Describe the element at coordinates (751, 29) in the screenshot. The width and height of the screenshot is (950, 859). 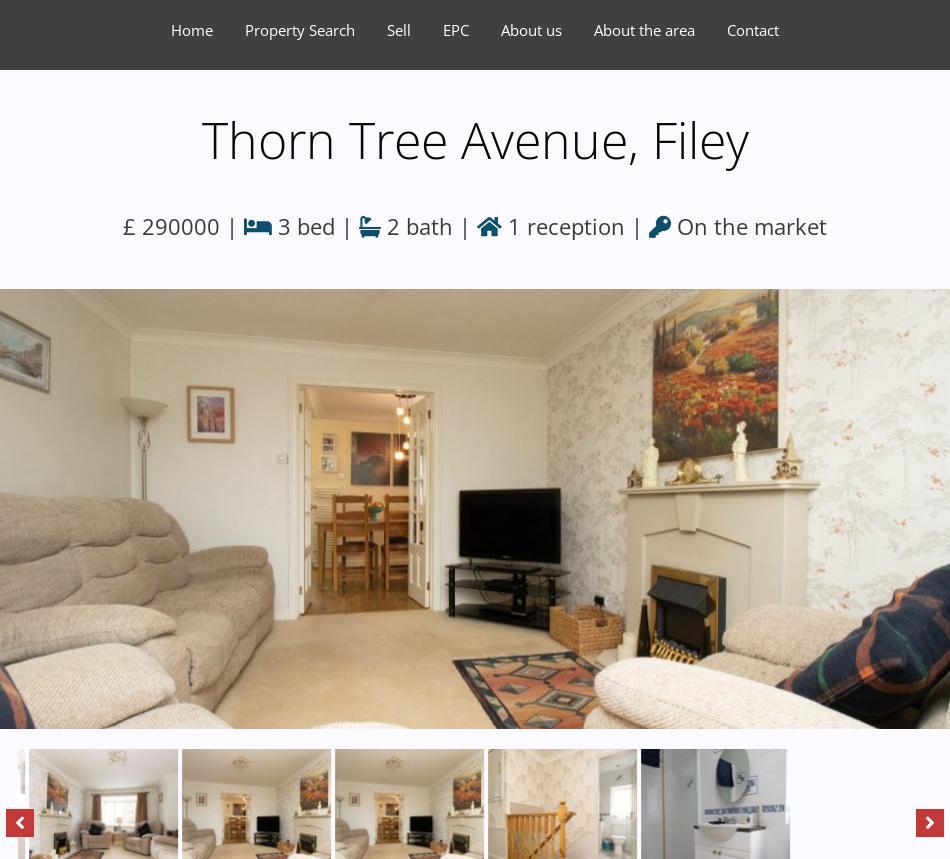
I see `'Contact'` at that location.